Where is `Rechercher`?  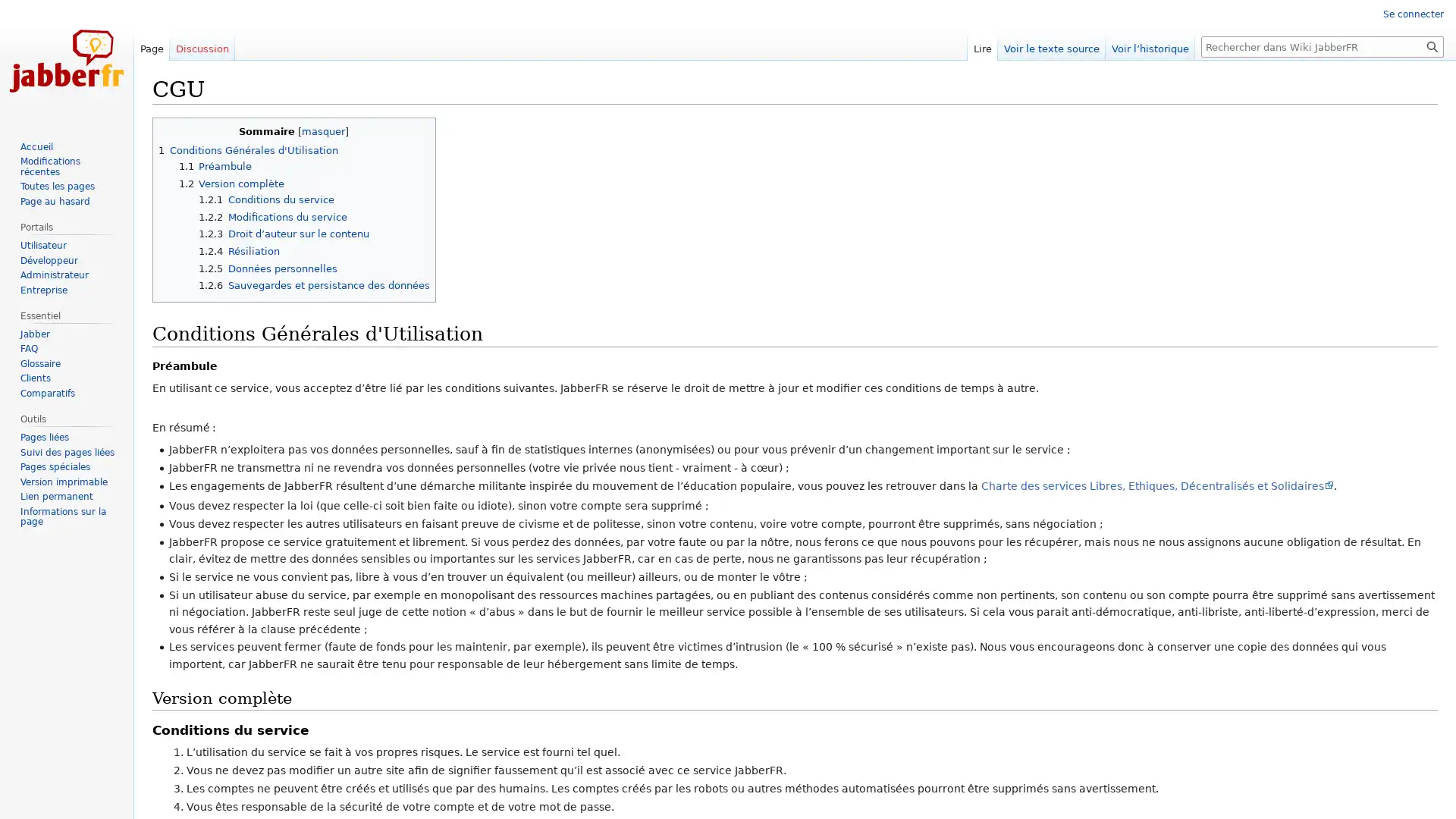 Rechercher is located at coordinates (1432, 45).